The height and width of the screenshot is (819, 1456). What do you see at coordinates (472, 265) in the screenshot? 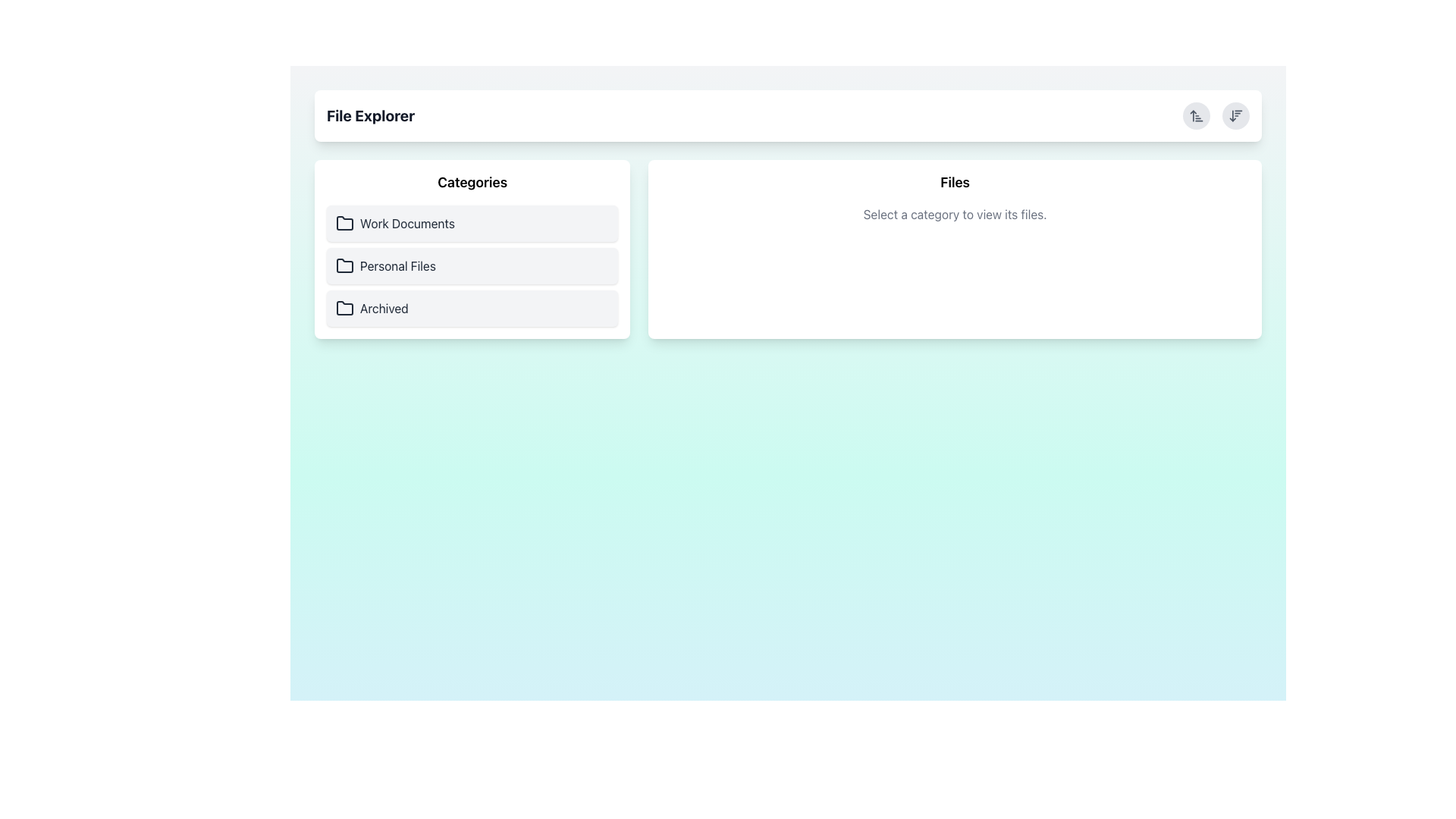
I see `the 'Personal Files' button, which is the second item in the vertical list of categories located in the left panel of the interface` at bounding box center [472, 265].